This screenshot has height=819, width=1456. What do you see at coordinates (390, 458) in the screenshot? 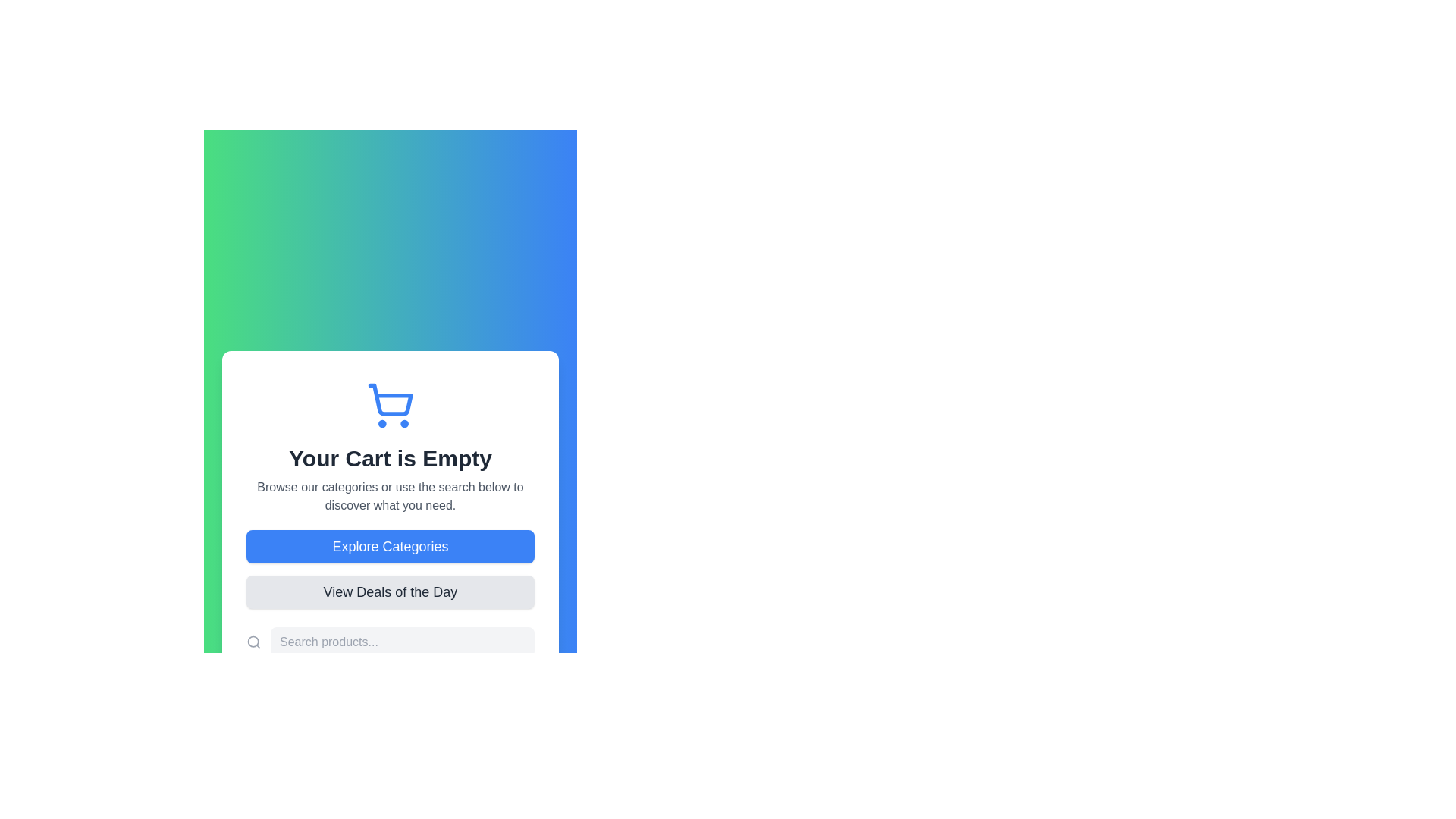
I see `the text indicating that the shopping cart is currently empty, which is located directly below the shopping cart icon and above additional subtext` at bounding box center [390, 458].